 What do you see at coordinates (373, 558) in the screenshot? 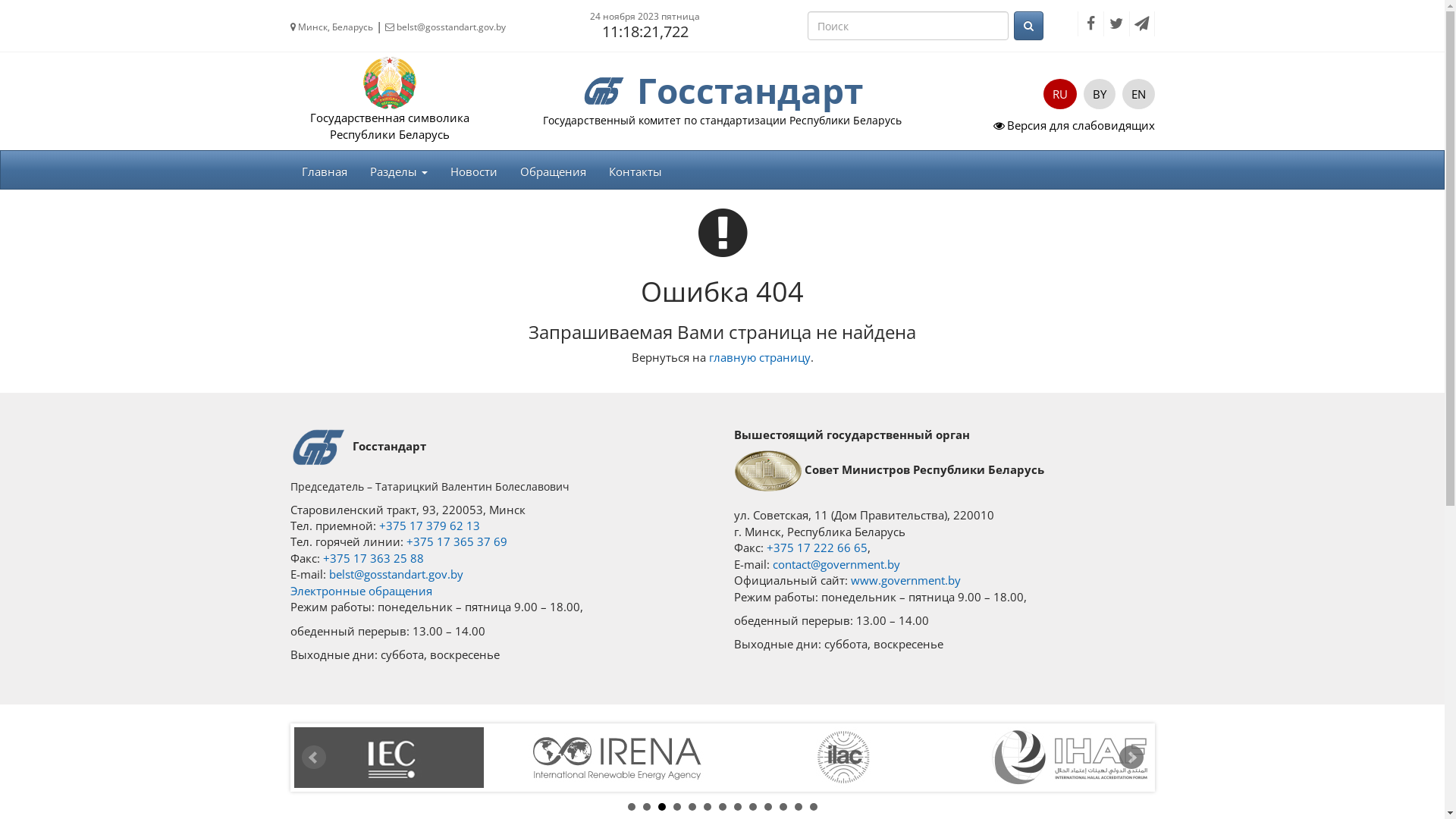
I see `'+375 17 363 25 88'` at bounding box center [373, 558].